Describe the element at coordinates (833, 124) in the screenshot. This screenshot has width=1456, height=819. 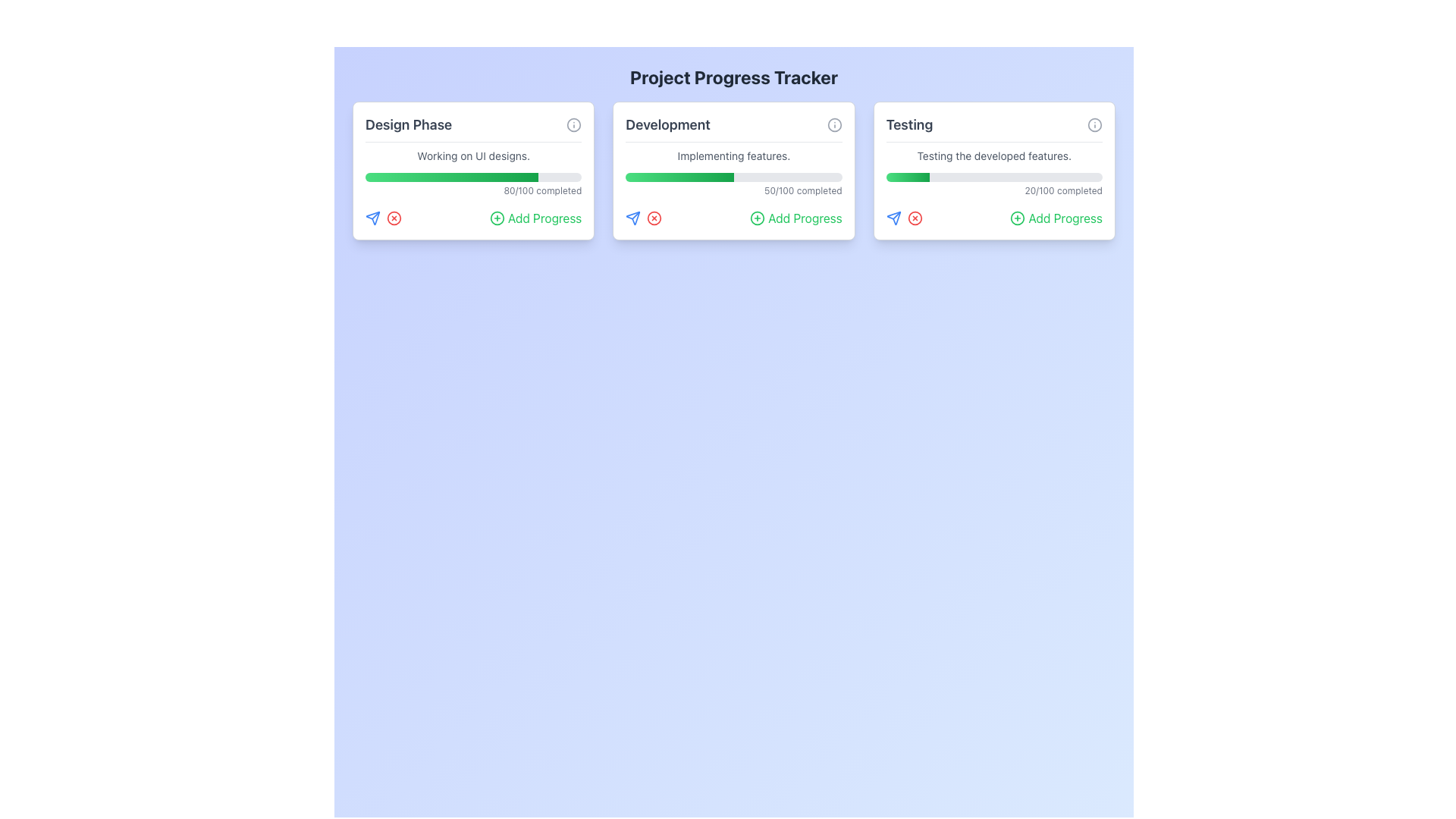
I see `the information icon button located at the top-right corner of the 'Development' card` at that location.